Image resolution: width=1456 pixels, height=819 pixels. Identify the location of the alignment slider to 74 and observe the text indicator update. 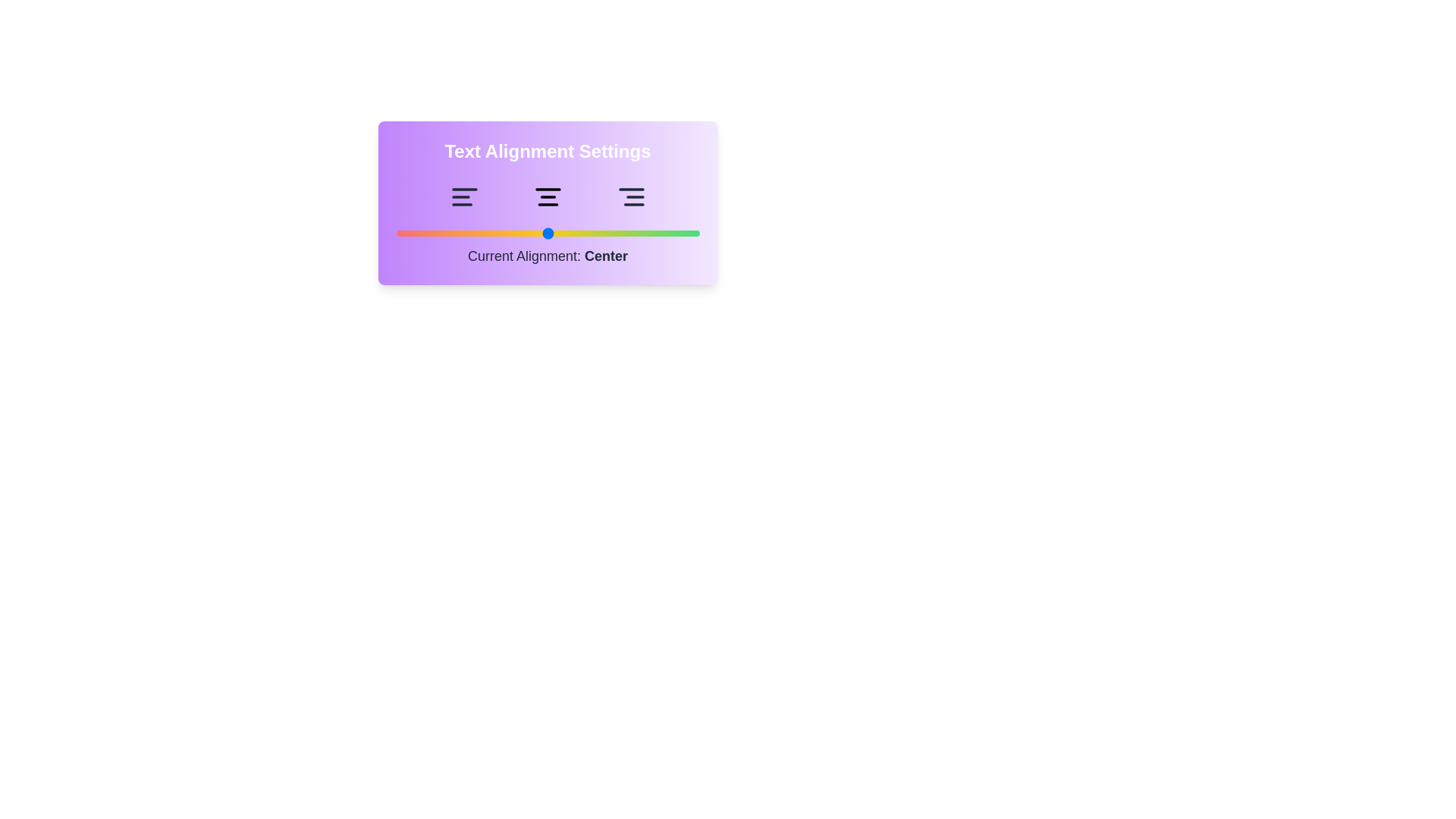
(620, 234).